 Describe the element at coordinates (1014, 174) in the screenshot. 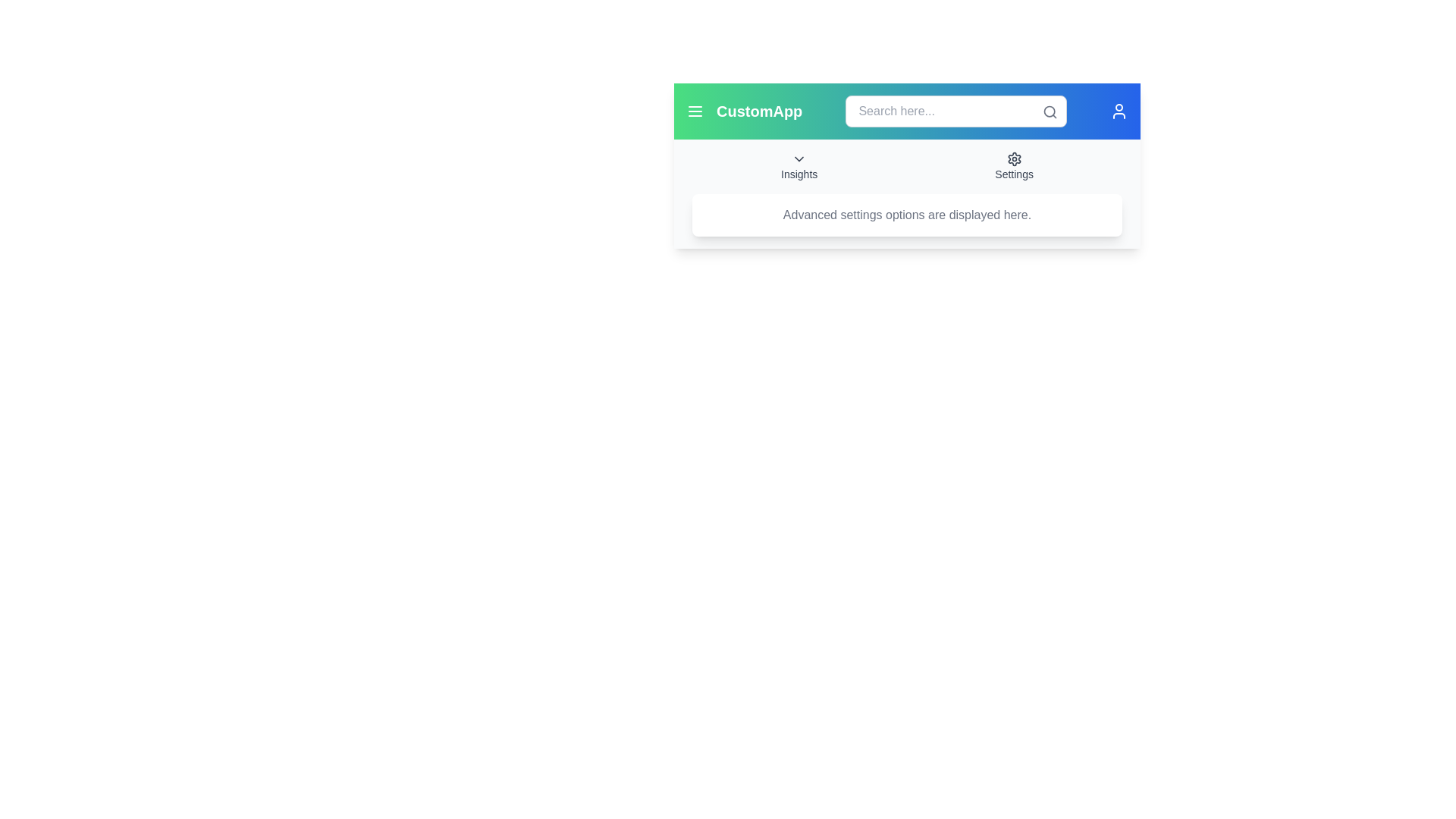

I see `the 'Settings' text label, which is styled with a small font size and gray color, located below the settings cogwheel icon in the top-right section of the interface` at that location.